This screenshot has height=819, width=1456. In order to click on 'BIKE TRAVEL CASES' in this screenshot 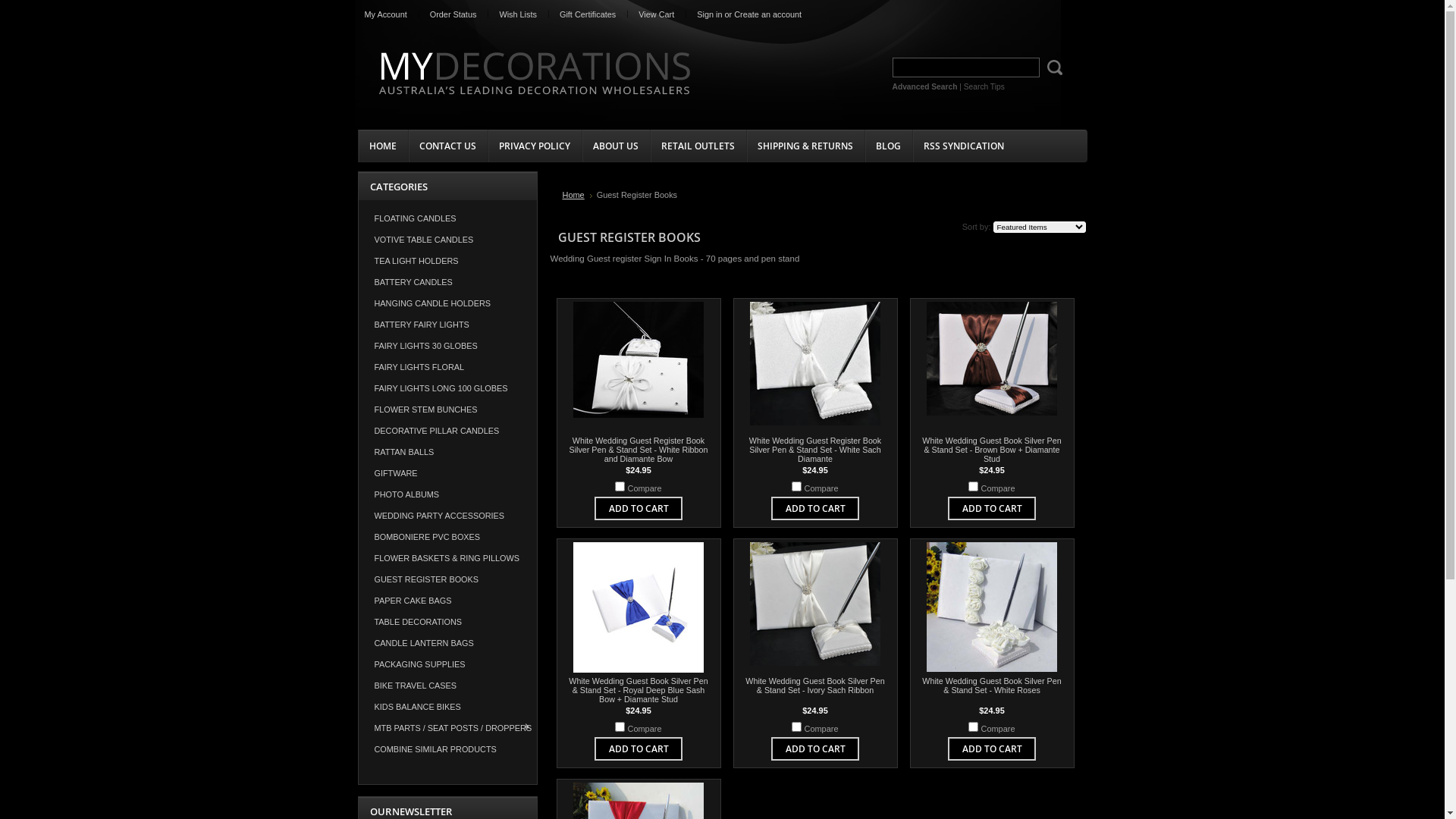, I will do `click(447, 685)`.